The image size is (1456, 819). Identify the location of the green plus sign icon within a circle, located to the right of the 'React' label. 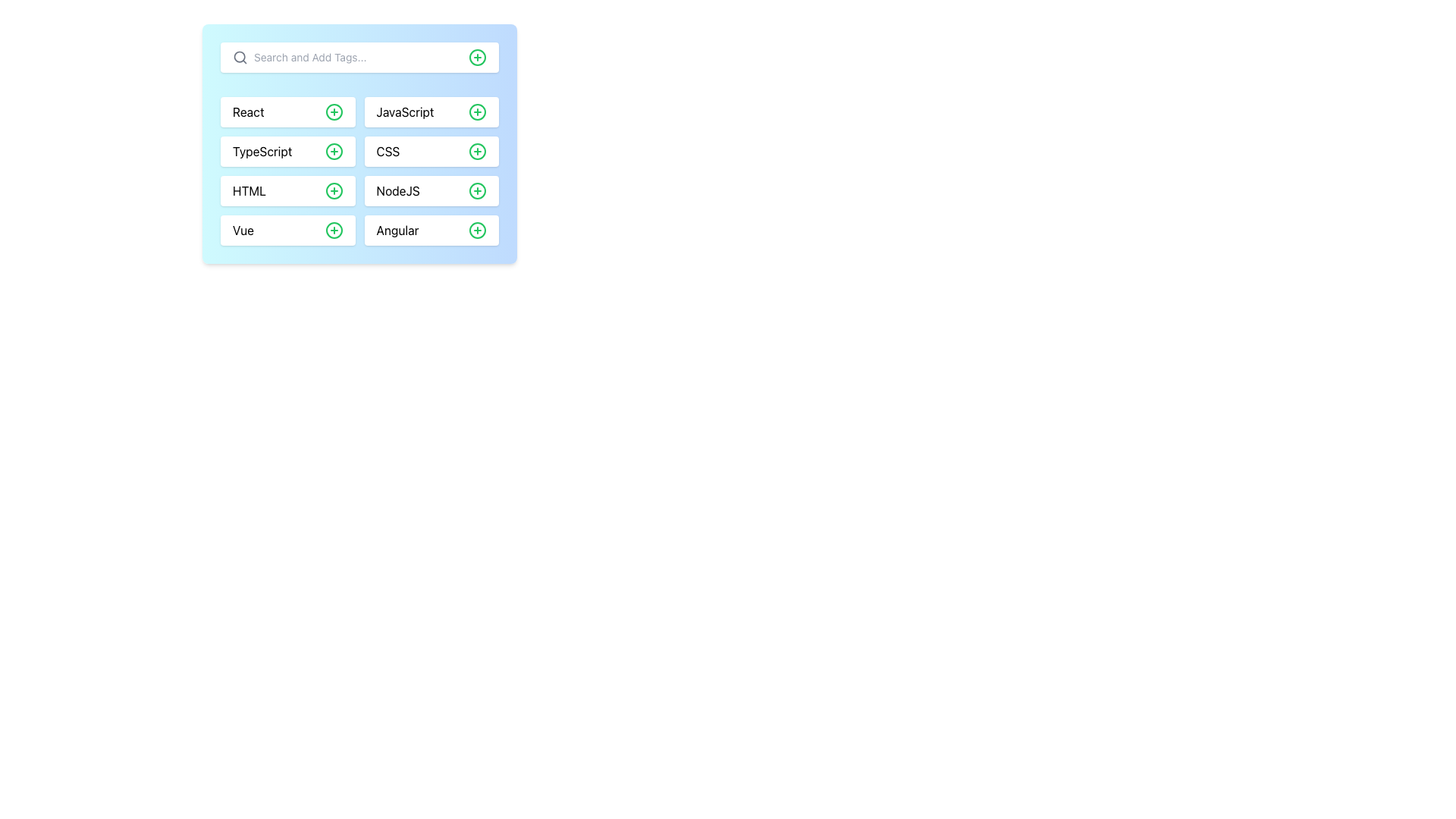
(333, 111).